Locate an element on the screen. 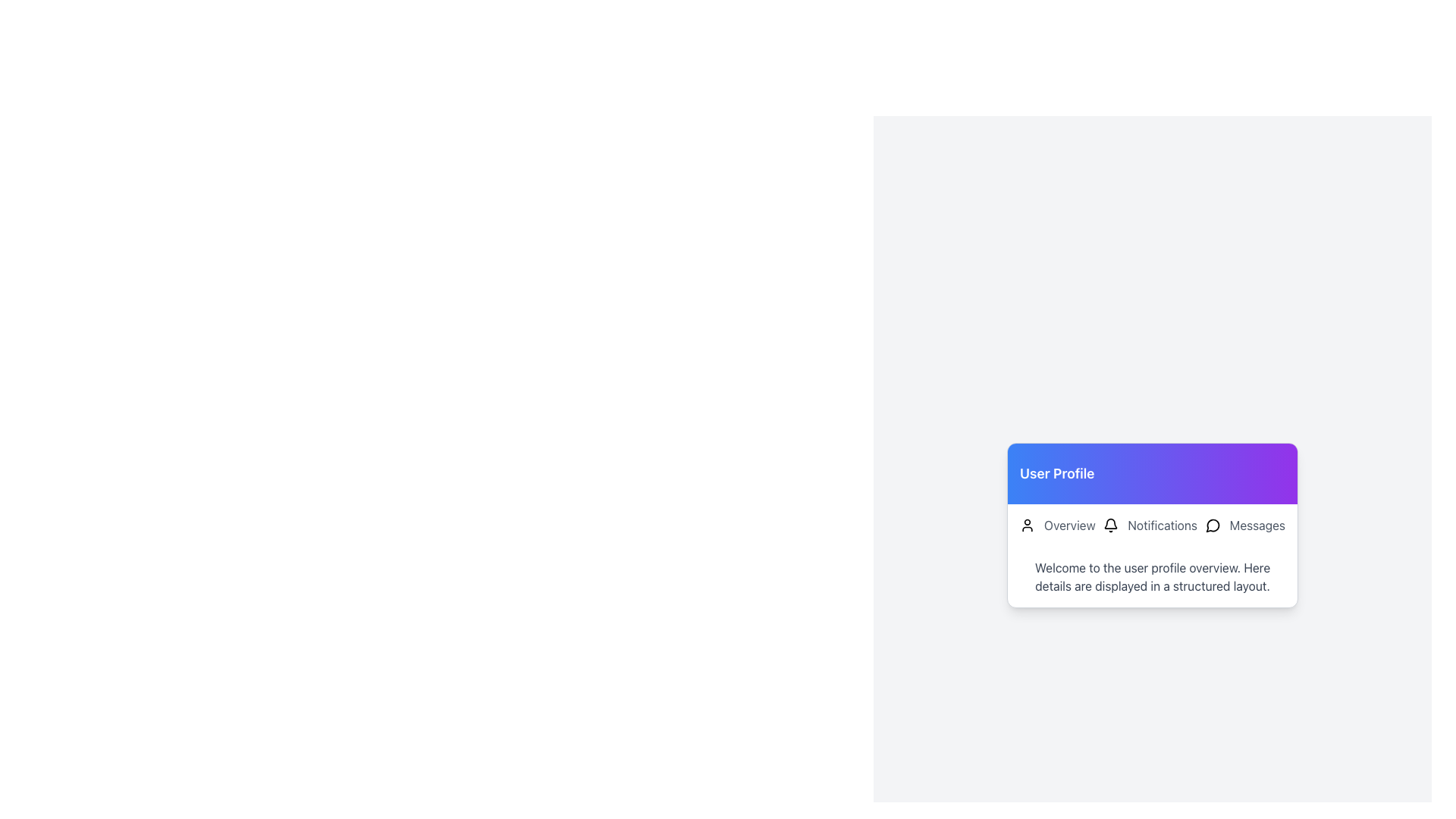 This screenshot has height=819, width=1456. the text label that reads 'Welcome to the user profile overview. Here details are displayed in a structured layout.' which is located at the bottom of the 'User Profile' card component is located at coordinates (1153, 576).